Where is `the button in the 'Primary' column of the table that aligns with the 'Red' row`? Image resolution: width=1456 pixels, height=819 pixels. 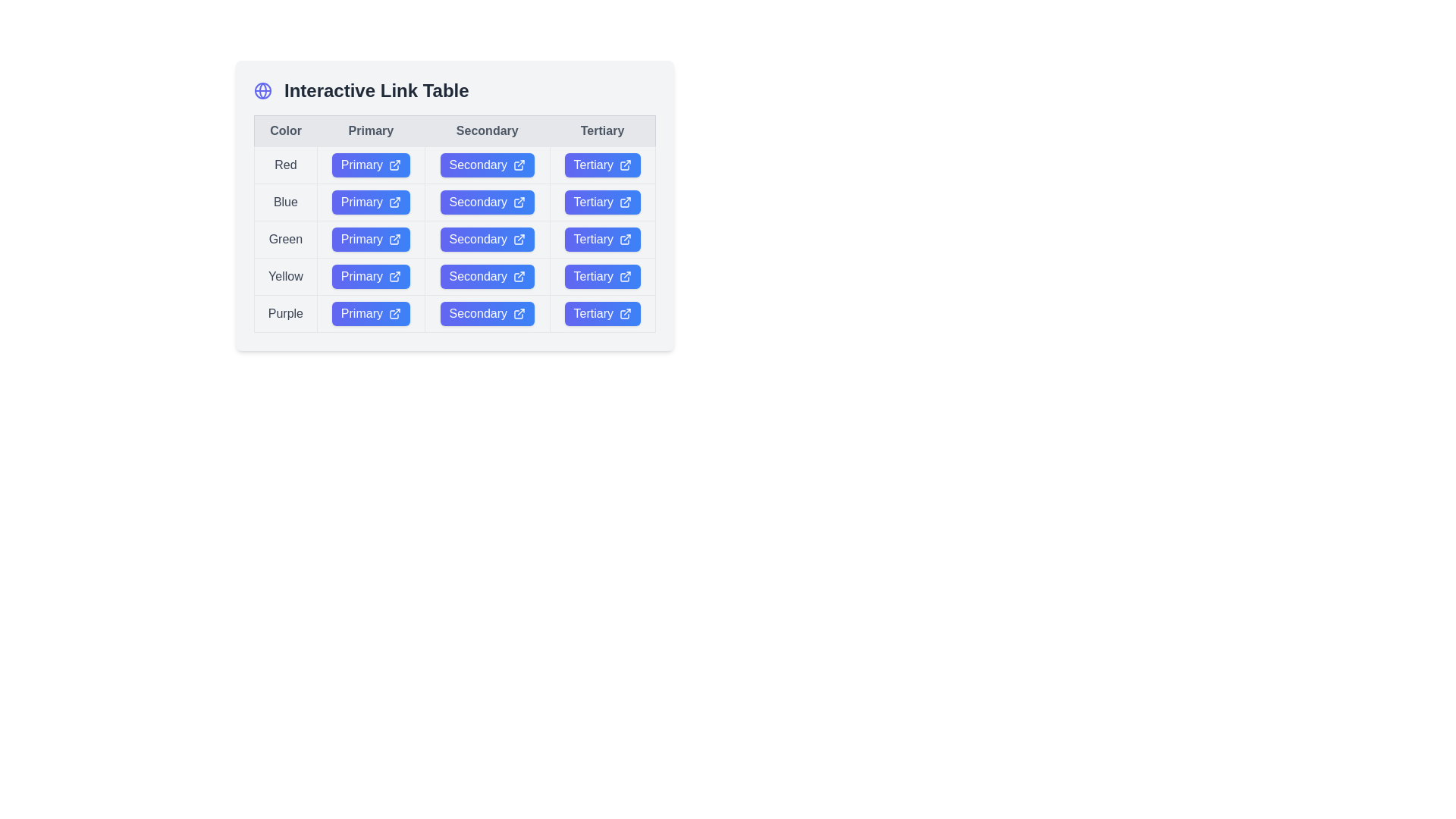
the button in the 'Primary' column of the table that aligns with the 'Red' row is located at coordinates (371, 165).